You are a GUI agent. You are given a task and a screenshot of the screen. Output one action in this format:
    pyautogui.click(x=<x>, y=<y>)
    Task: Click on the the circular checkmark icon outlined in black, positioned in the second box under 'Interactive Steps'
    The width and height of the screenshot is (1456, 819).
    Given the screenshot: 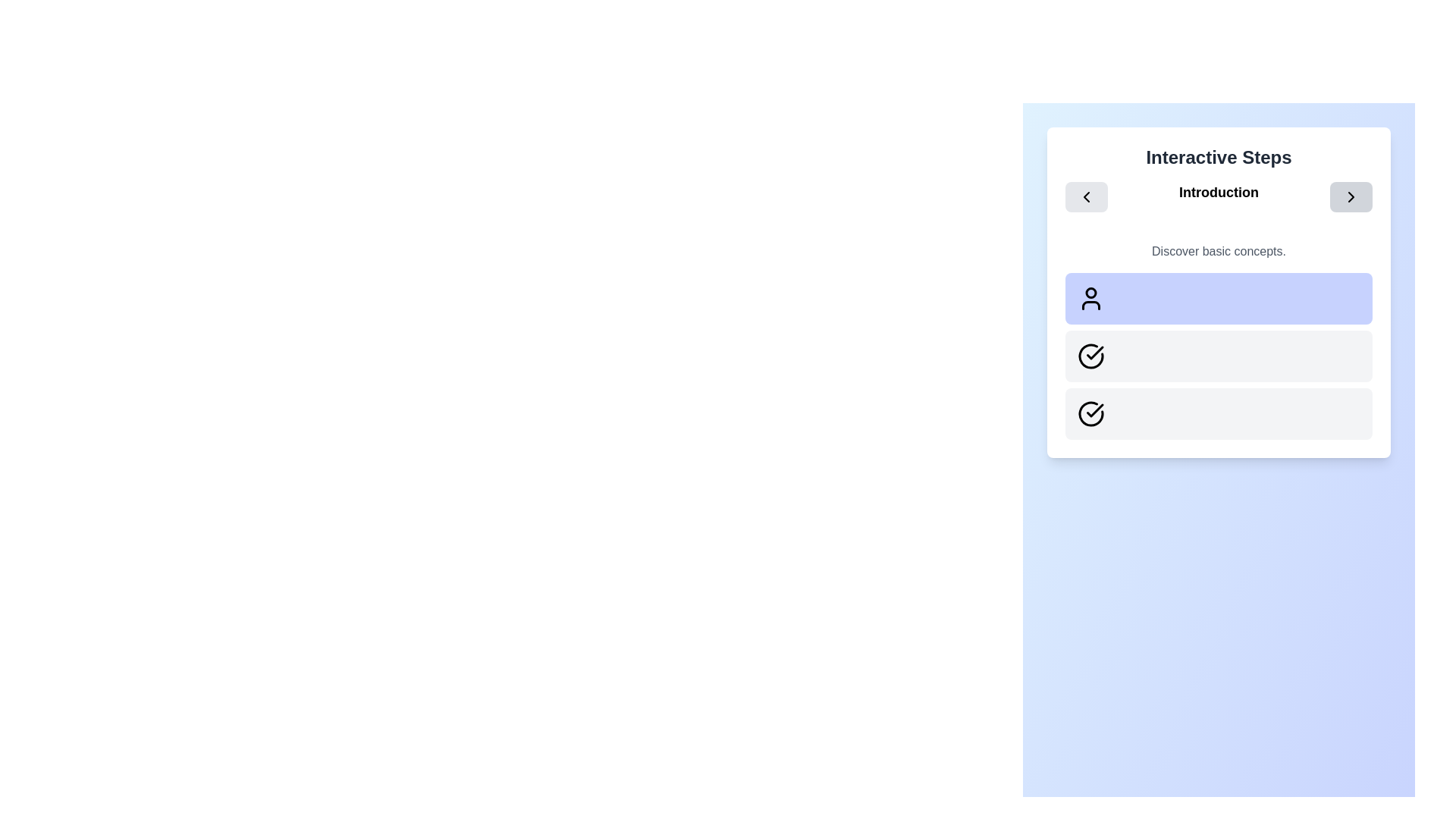 What is the action you would take?
    pyautogui.click(x=1090, y=414)
    